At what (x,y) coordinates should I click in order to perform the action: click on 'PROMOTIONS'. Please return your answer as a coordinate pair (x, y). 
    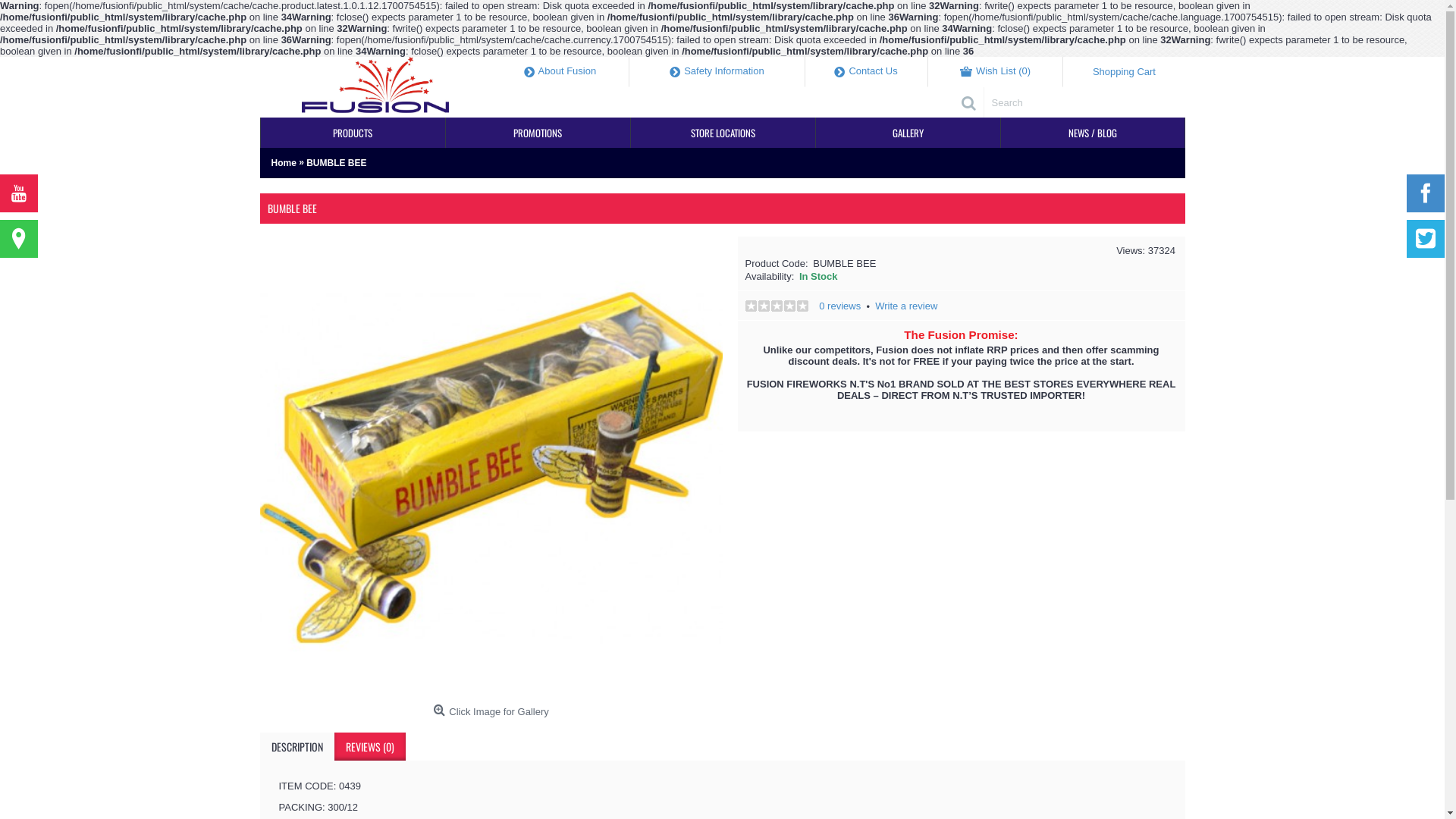
    Looking at the image, I should click on (538, 131).